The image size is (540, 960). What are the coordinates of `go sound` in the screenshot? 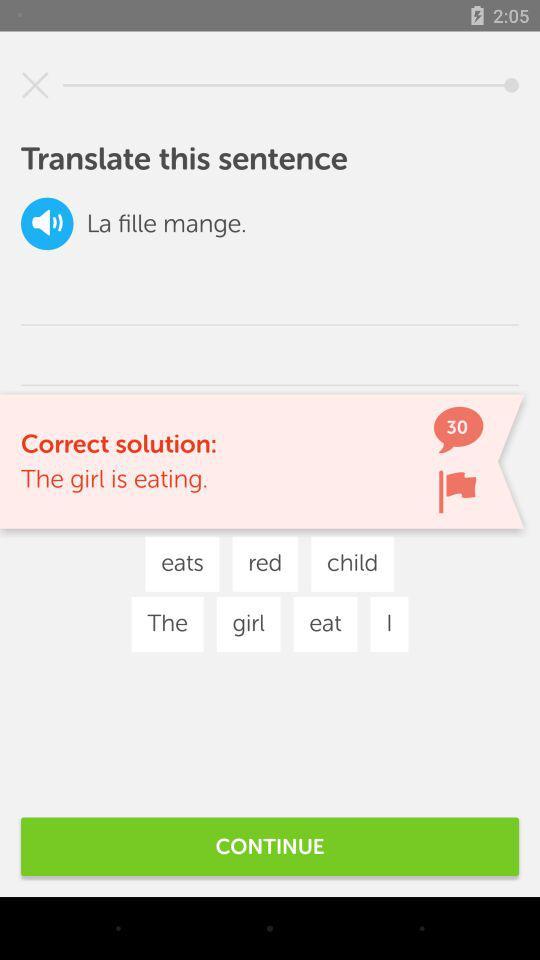 It's located at (47, 223).